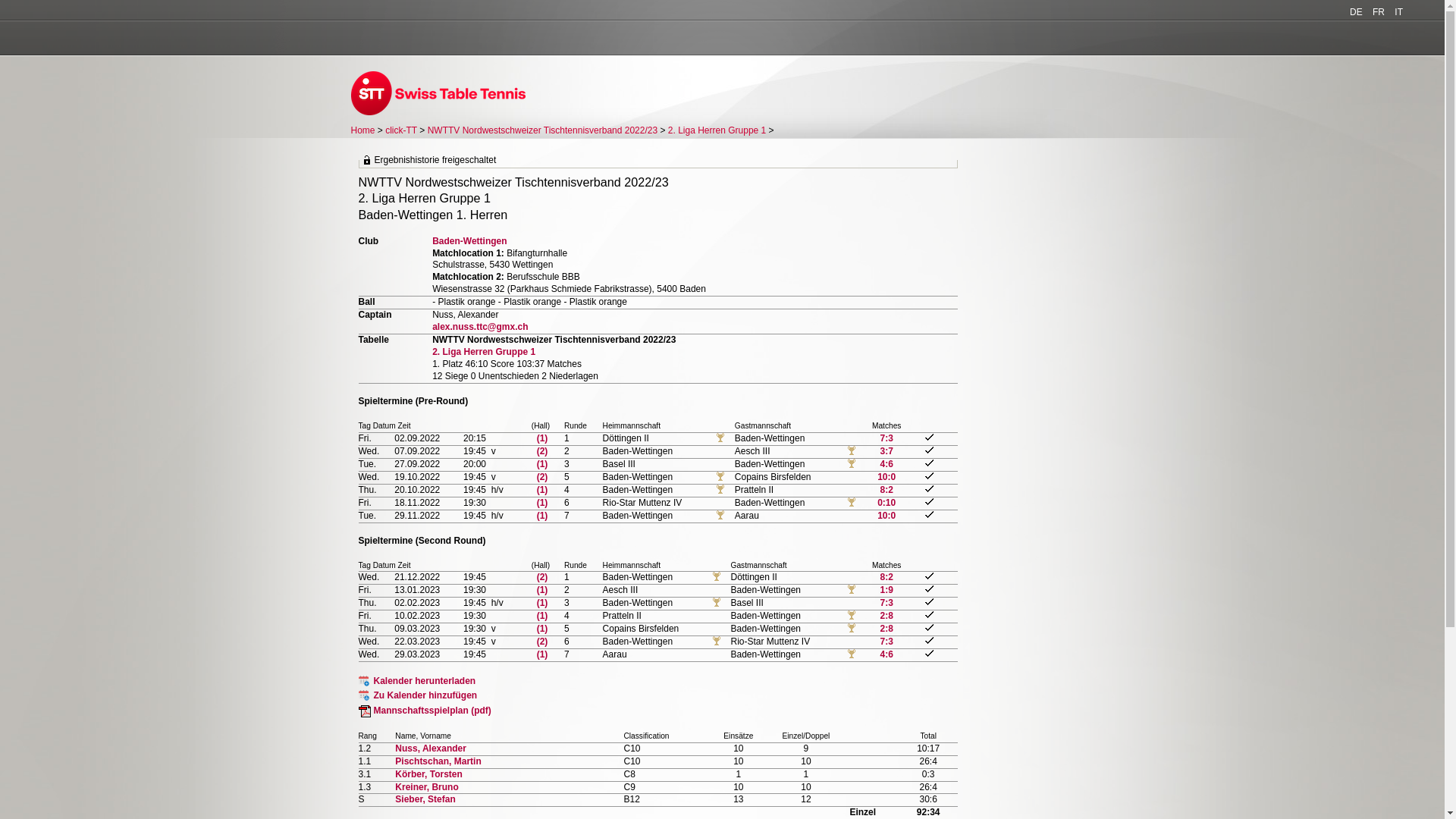 The image size is (1456, 819). I want to click on 'Spielbericht genehmigt', so click(928, 449).